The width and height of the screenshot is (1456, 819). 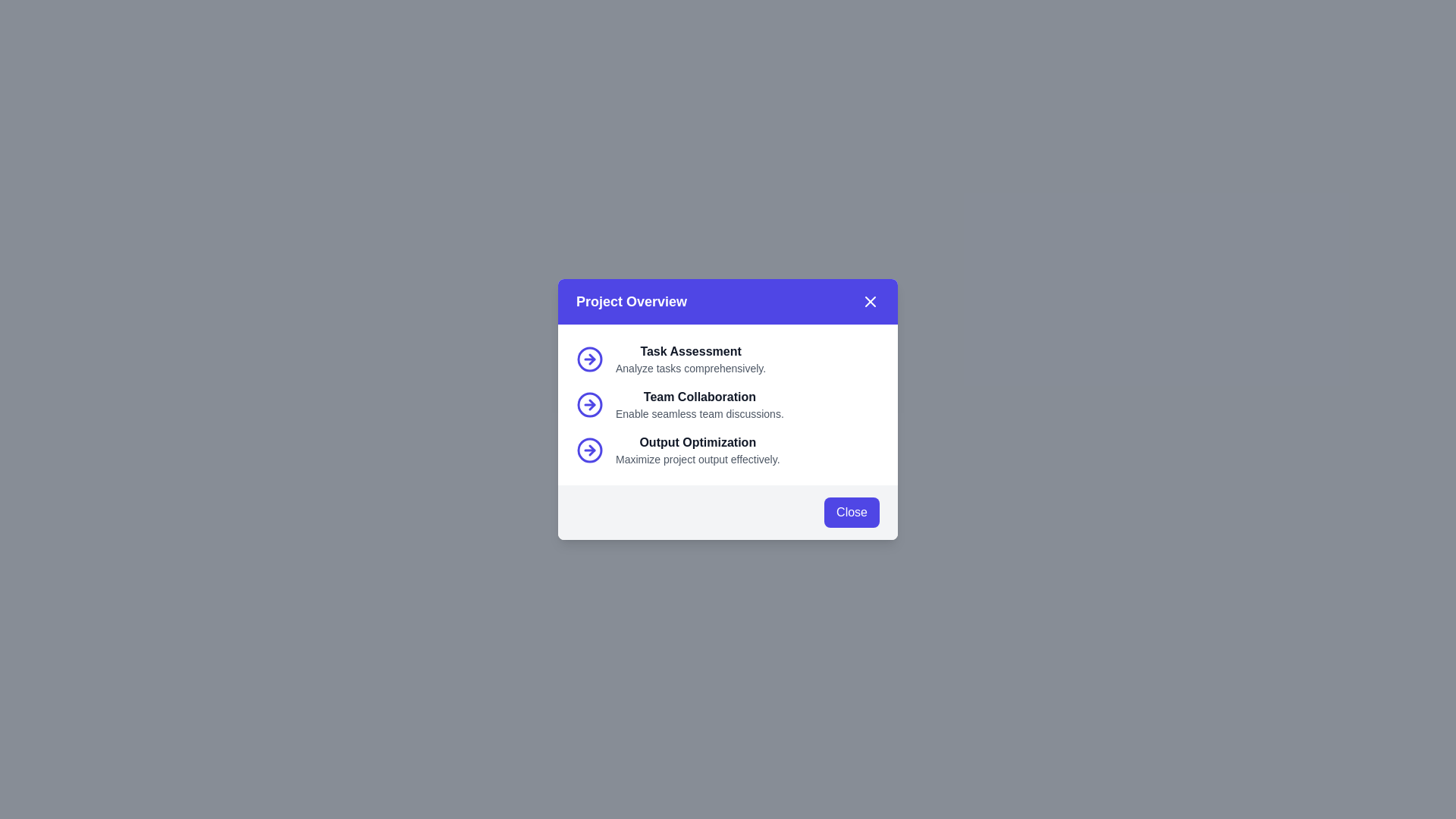 I want to click on the task description element located in the 'Project Overview' modal dialog, which includes a header and a paragraph providing context for a specific task, so click(x=690, y=359).